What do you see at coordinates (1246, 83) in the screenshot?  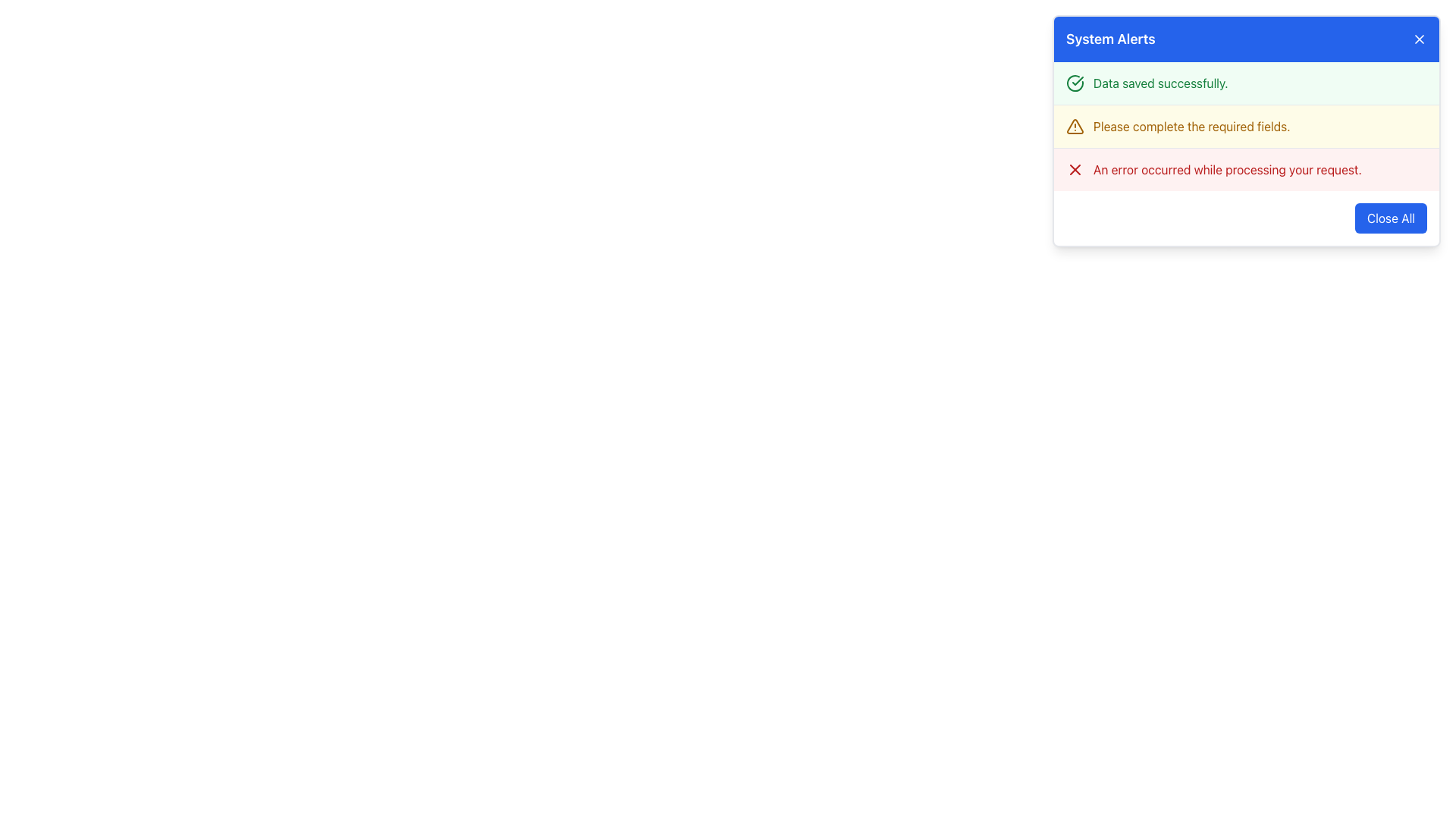 I see `message in the notification banner that indicates 'Data saved successfully.'` at bounding box center [1246, 83].